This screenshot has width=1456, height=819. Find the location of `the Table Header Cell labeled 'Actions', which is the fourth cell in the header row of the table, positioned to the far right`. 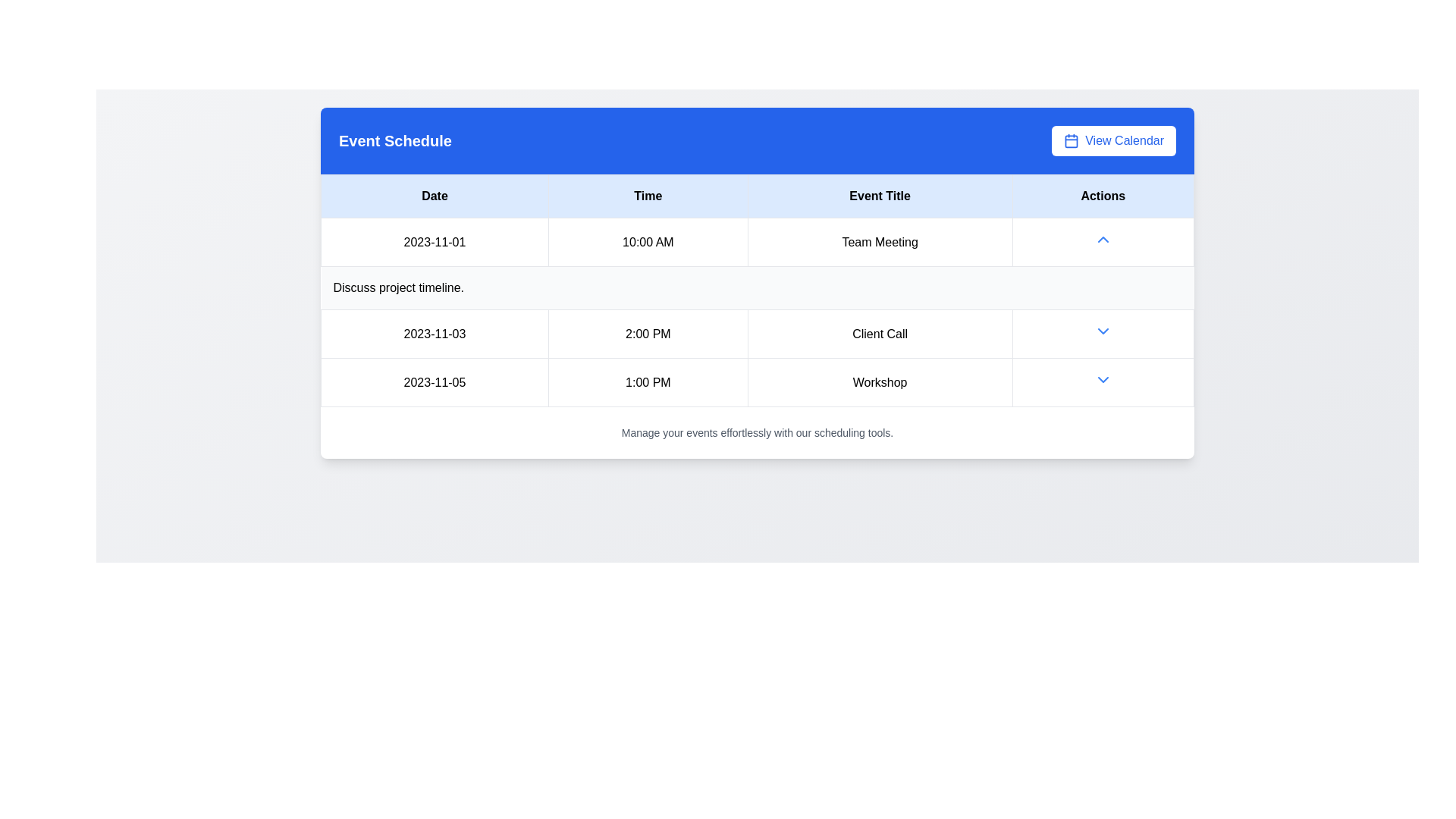

the Table Header Cell labeled 'Actions', which is the fourth cell in the header row of the table, positioned to the far right is located at coordinates (1103, 195).